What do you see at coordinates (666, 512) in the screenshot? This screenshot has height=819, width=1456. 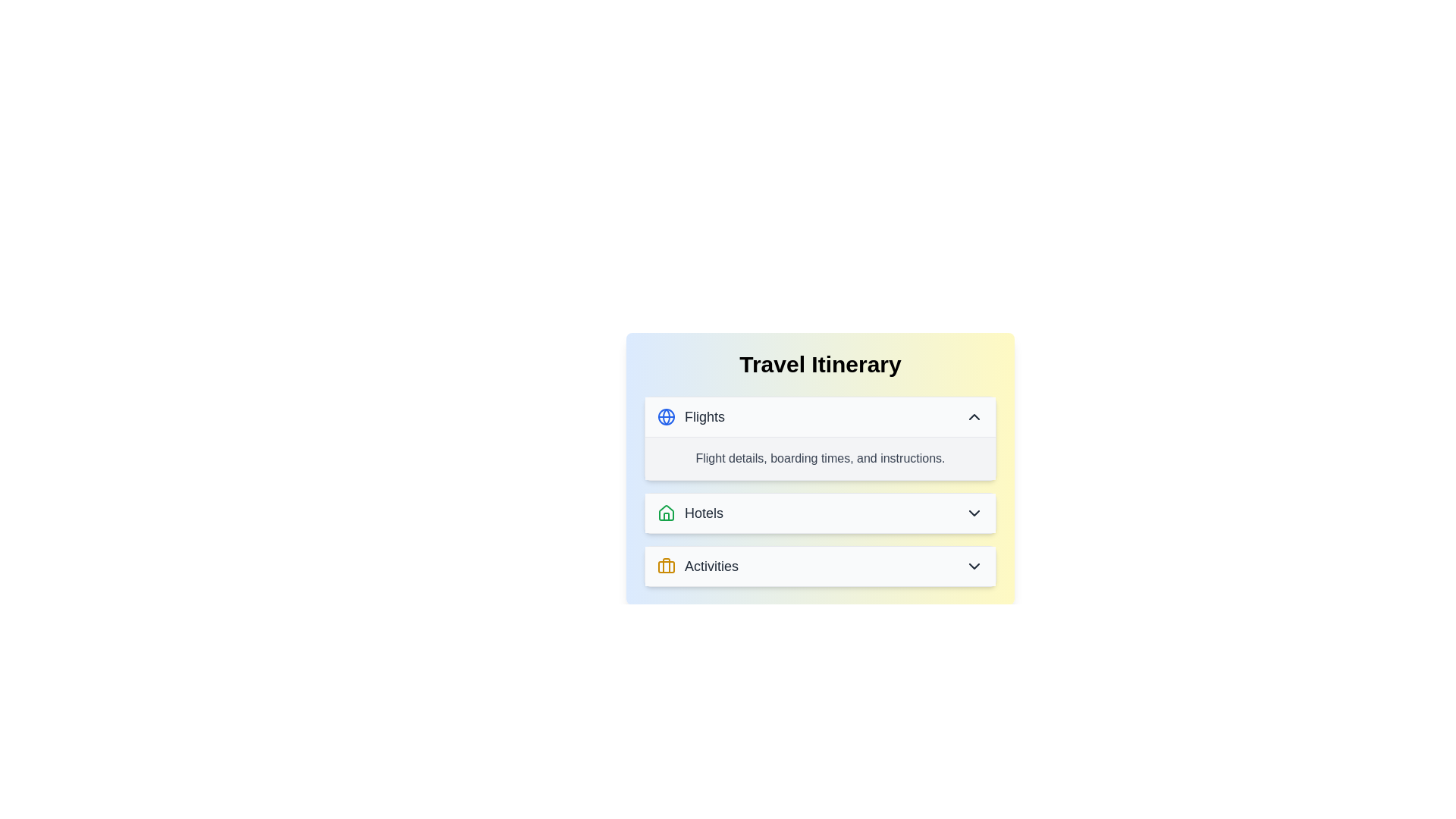 I see `the Hotels category icon, which is a decorative symbol represented by a stylized house outline located in the central section of the Travel Itinerary card interface` at bounding box center [666, 512].